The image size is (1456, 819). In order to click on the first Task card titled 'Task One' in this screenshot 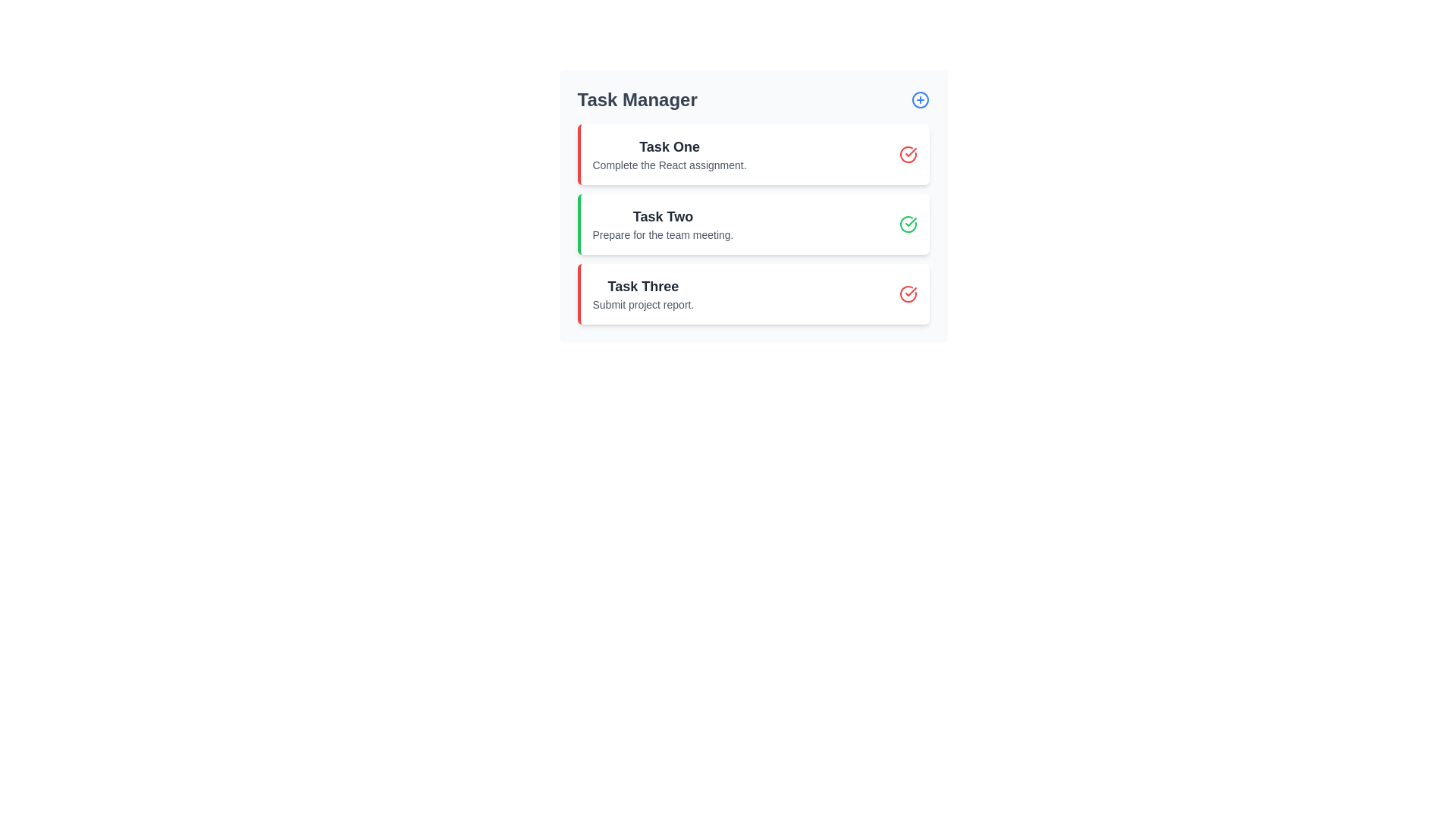, I will do `click(753, 155)`.